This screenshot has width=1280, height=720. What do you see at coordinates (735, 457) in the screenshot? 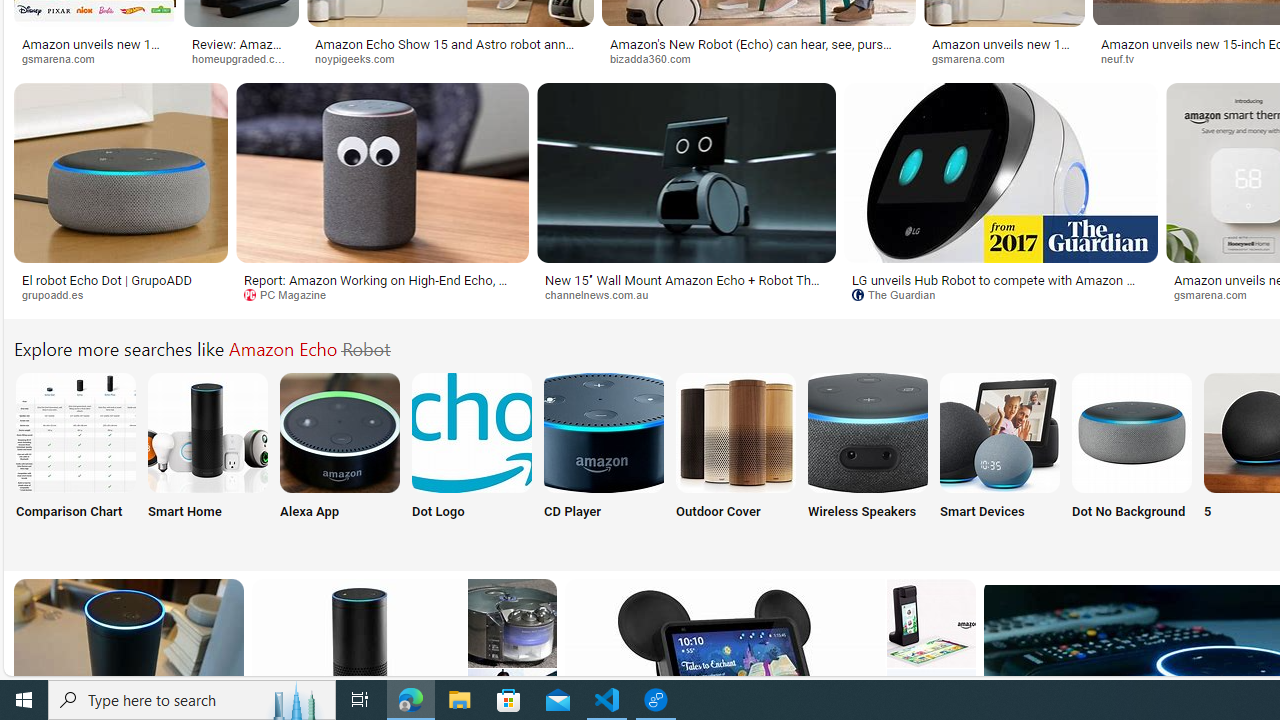
I see `'Outdoor Cover'` at bounding box center [735, 457].